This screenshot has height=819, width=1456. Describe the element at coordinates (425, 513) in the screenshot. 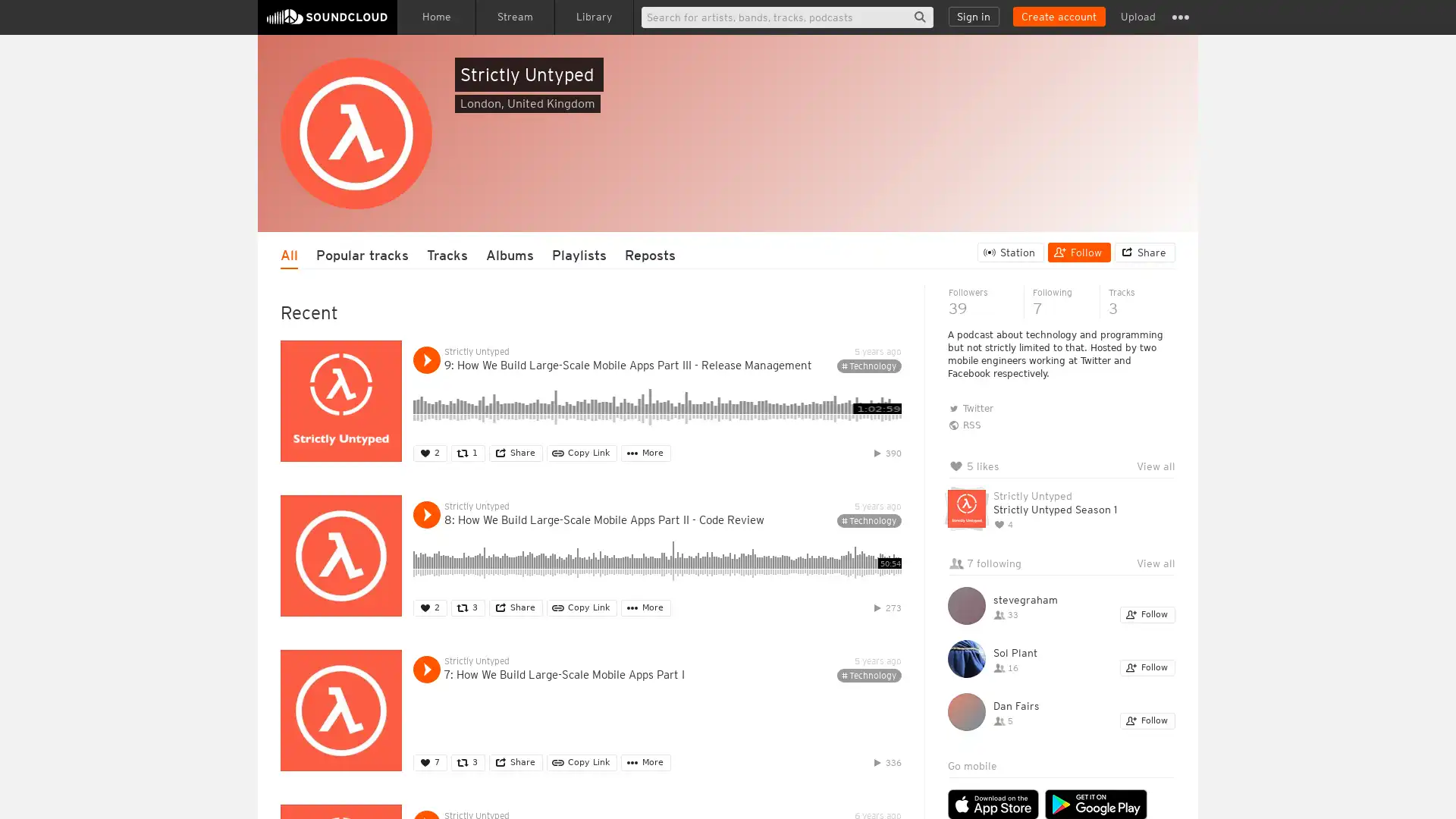

I see `Play` at that location.